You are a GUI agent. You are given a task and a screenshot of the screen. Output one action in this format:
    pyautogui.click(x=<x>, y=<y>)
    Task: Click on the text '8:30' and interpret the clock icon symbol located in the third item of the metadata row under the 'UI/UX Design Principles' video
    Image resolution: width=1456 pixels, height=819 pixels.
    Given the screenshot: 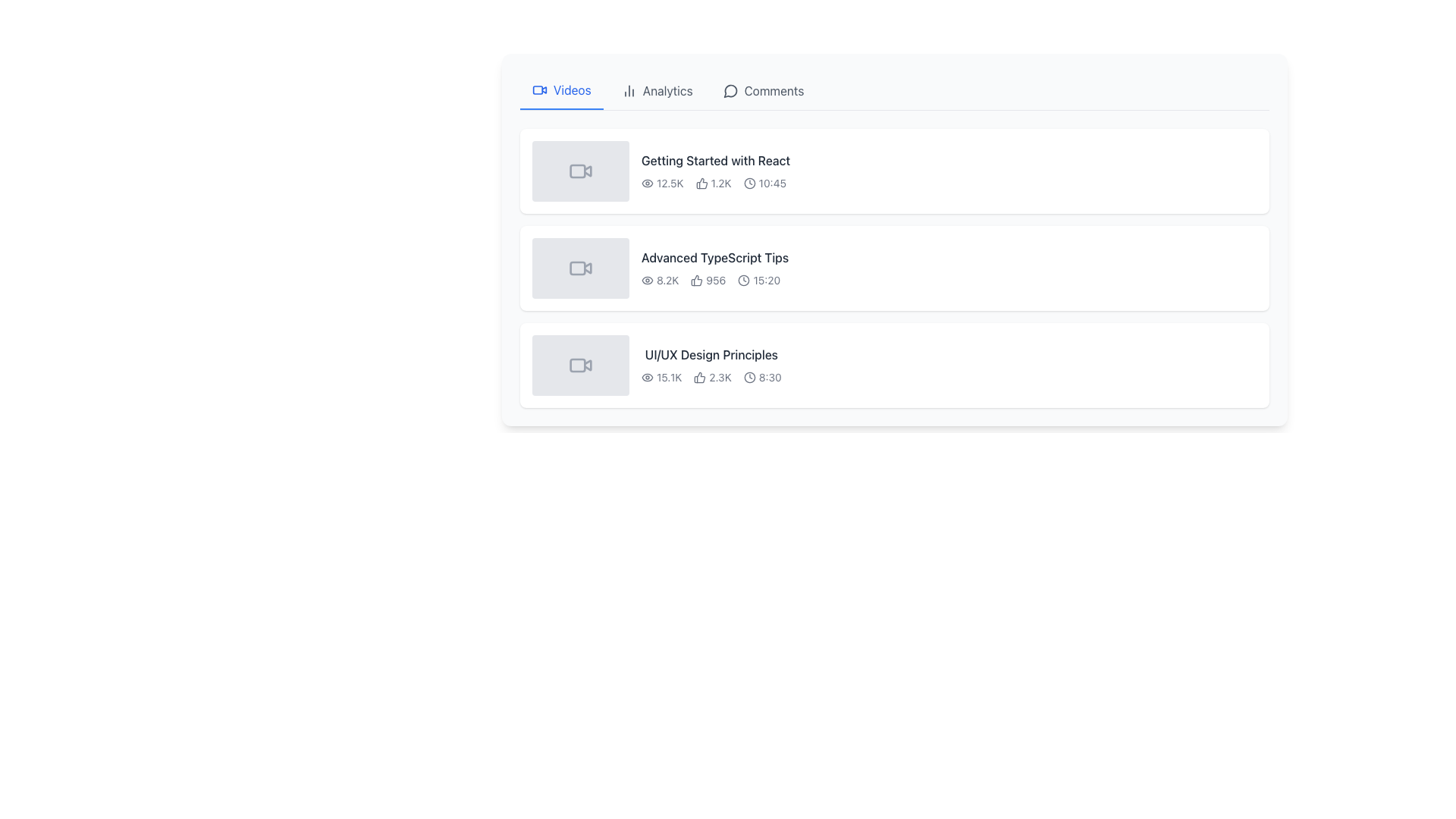 What is the action you would take?
    pyautogui.click(x=762, y=376)
    